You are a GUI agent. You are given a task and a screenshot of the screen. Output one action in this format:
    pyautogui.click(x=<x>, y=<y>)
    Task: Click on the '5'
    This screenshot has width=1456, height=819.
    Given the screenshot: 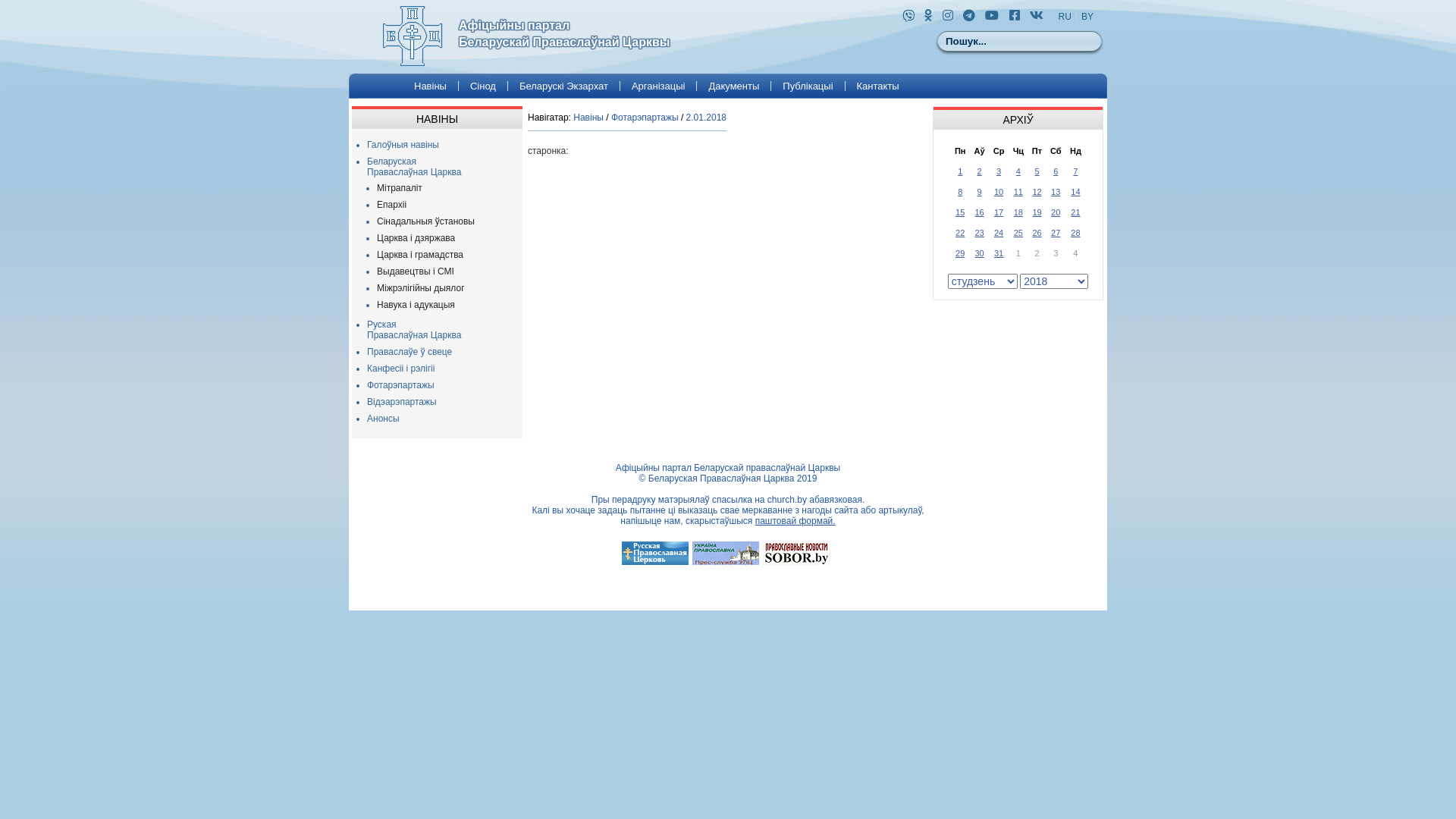 What is the action you would take?
    pyautogui.click(x=1036, y=171)
    